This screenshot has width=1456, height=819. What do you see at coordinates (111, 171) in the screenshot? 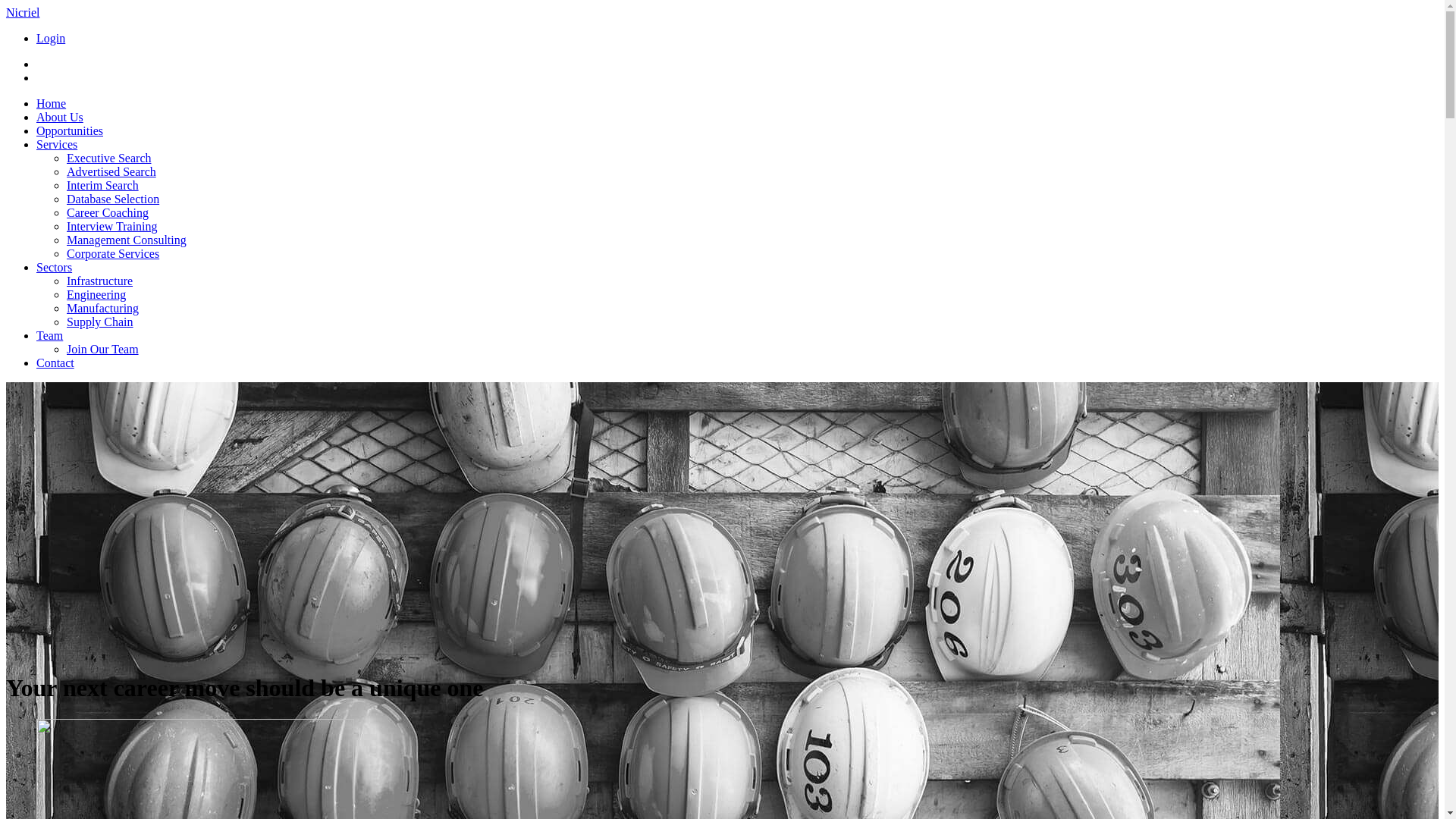
I see `'Advertised Search'` at bounding box center [111, 171].